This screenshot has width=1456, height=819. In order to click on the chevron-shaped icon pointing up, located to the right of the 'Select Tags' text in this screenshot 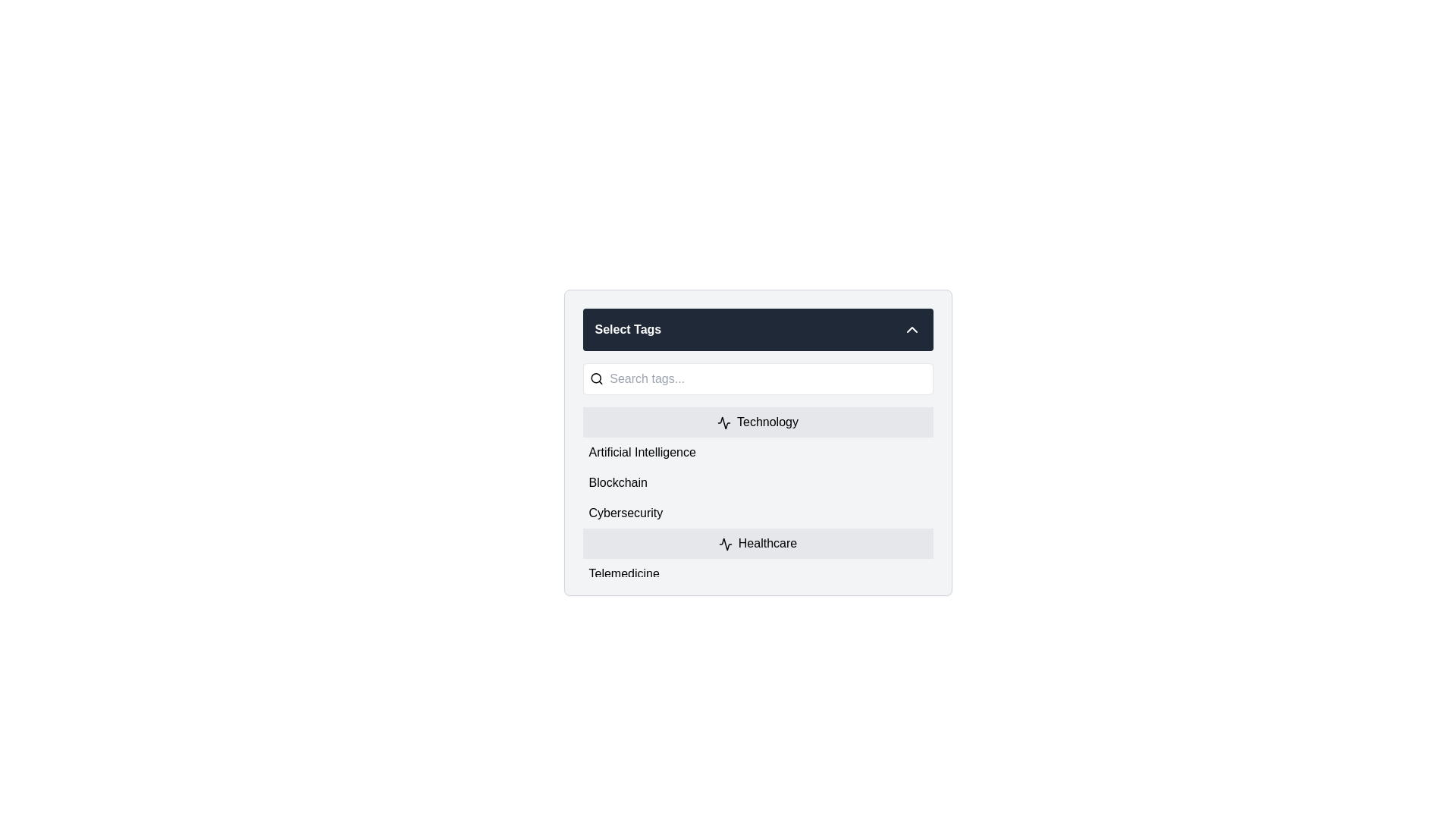, I will do `click(911, 329)`.